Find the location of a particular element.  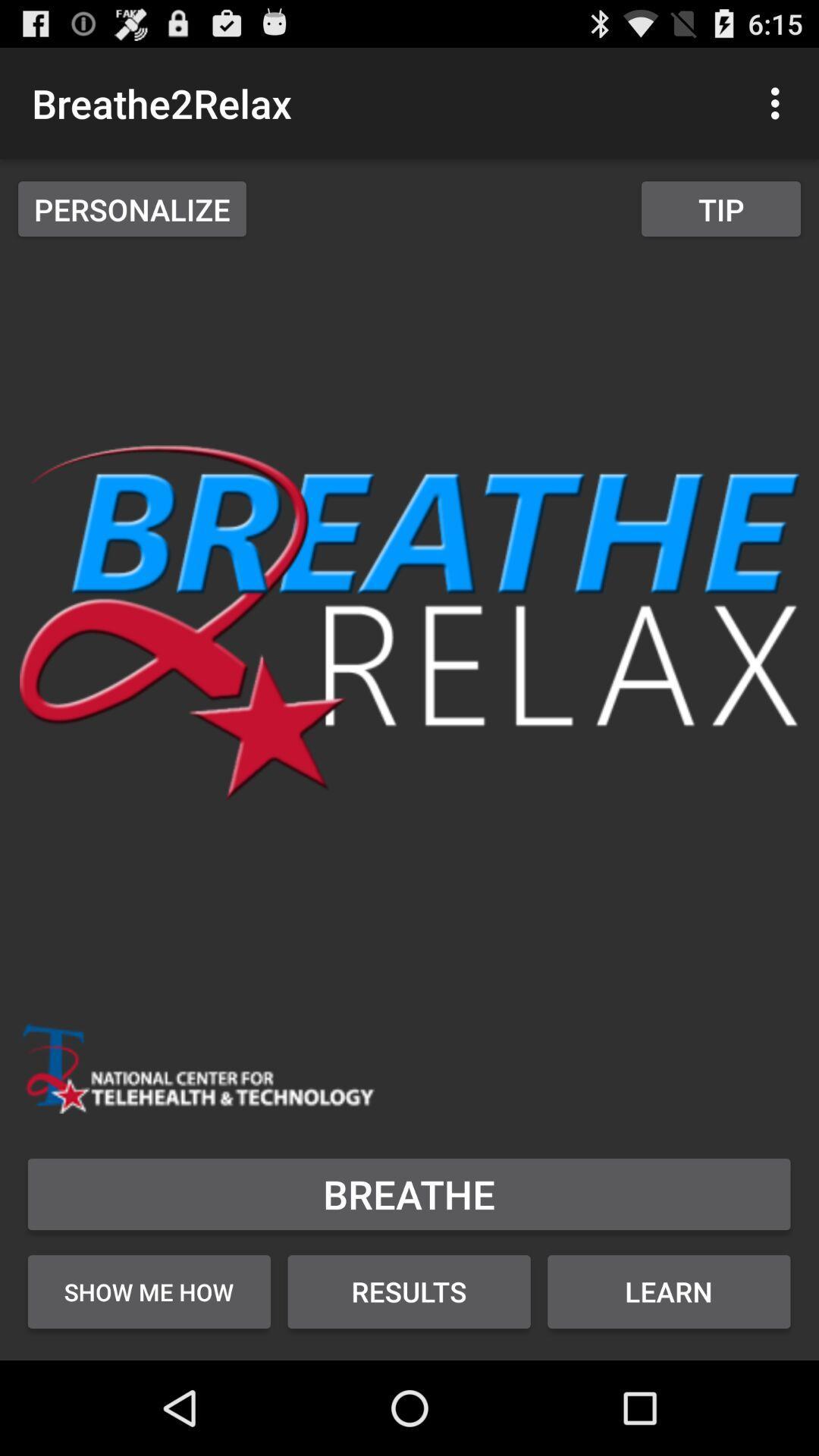

the item next to the show me how button is located at coordinates (408, 1291).